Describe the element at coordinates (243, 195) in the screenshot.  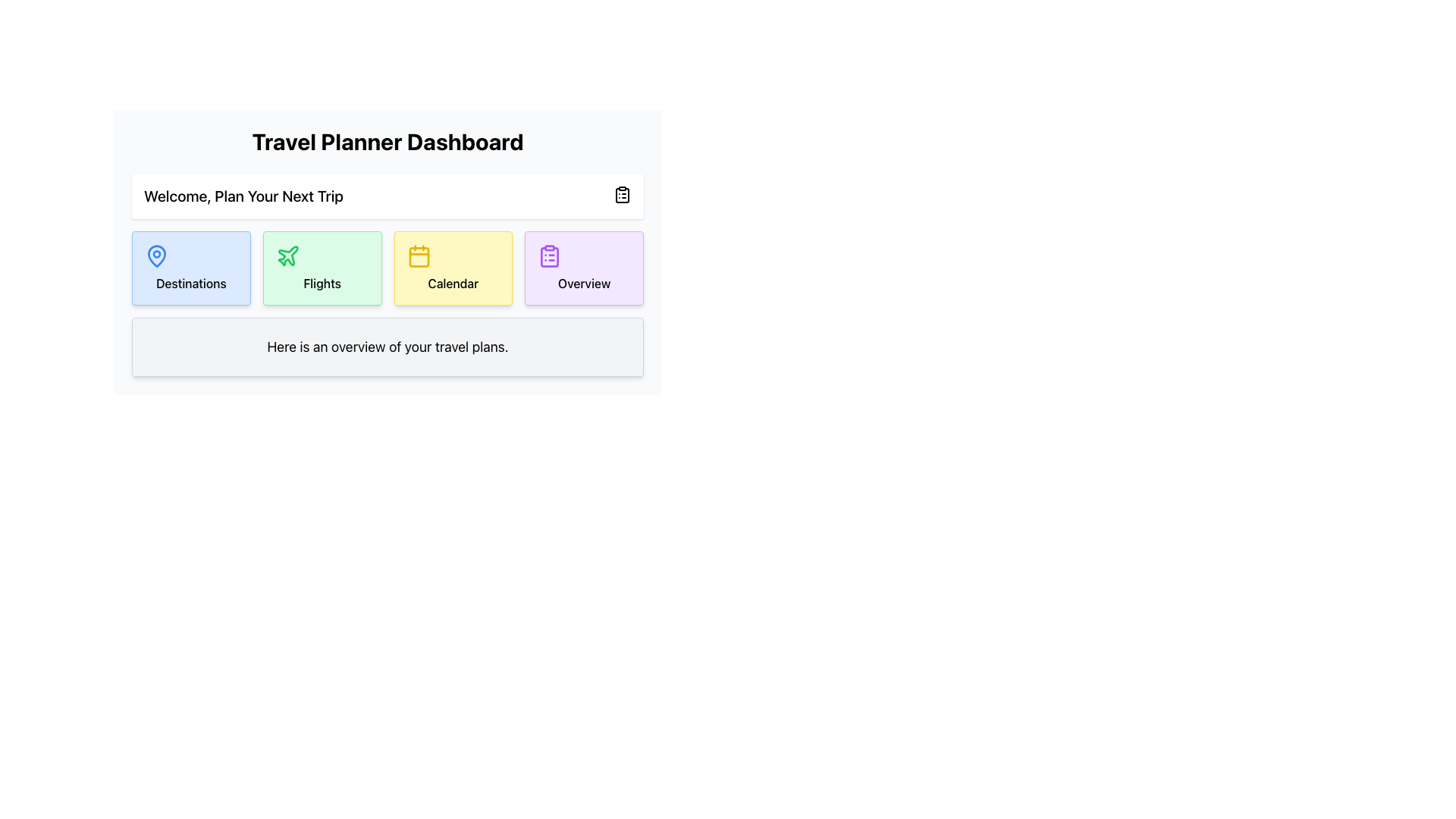
I see `the welcoming message text element located near the top-left corner of the dashboard interface, which introduces the user to the functionality of the dashboard` at that location.